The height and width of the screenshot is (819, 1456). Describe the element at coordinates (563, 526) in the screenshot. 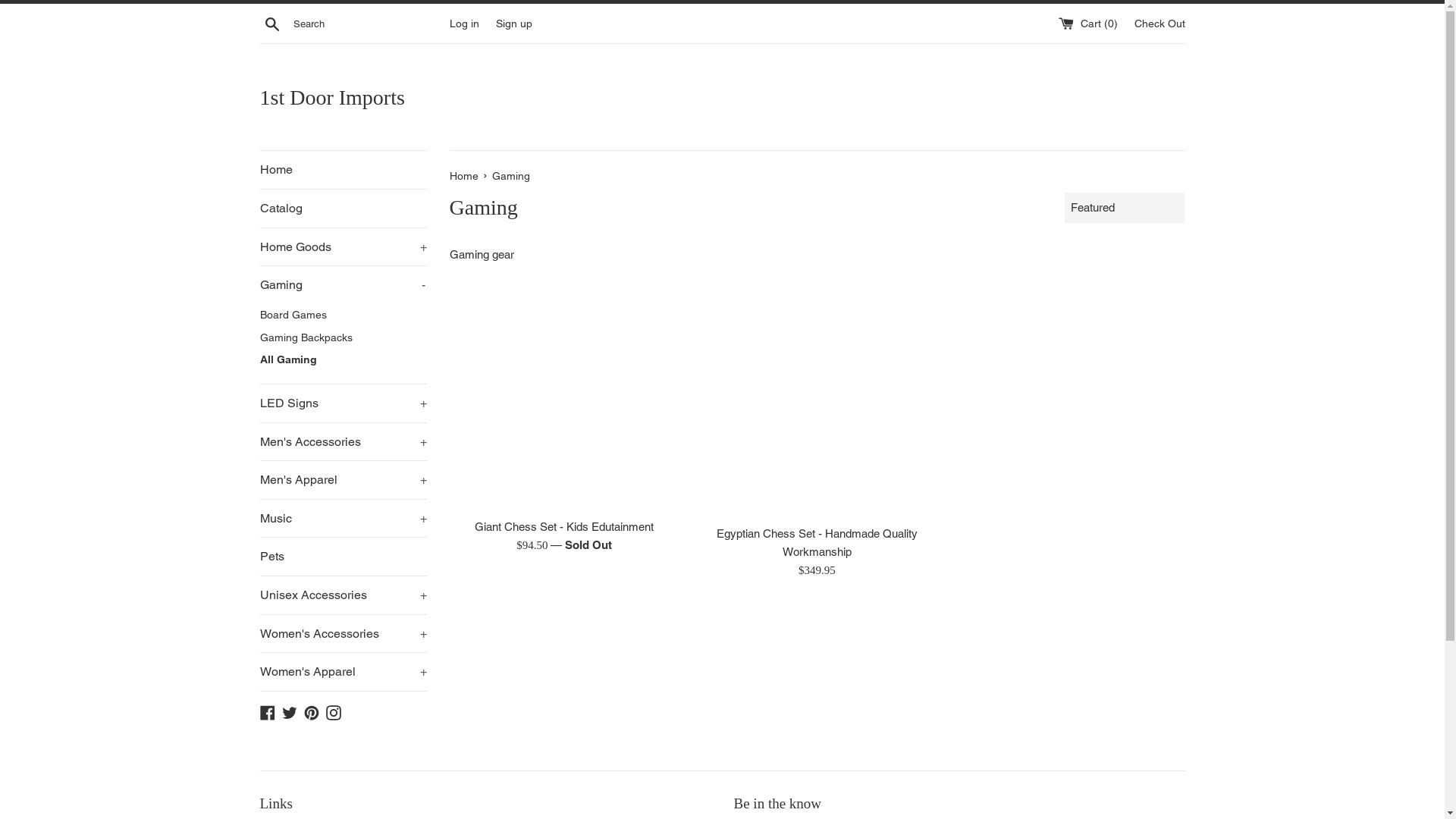

I see `'Giant Chess Set - Kids Edutainment'` at that location.